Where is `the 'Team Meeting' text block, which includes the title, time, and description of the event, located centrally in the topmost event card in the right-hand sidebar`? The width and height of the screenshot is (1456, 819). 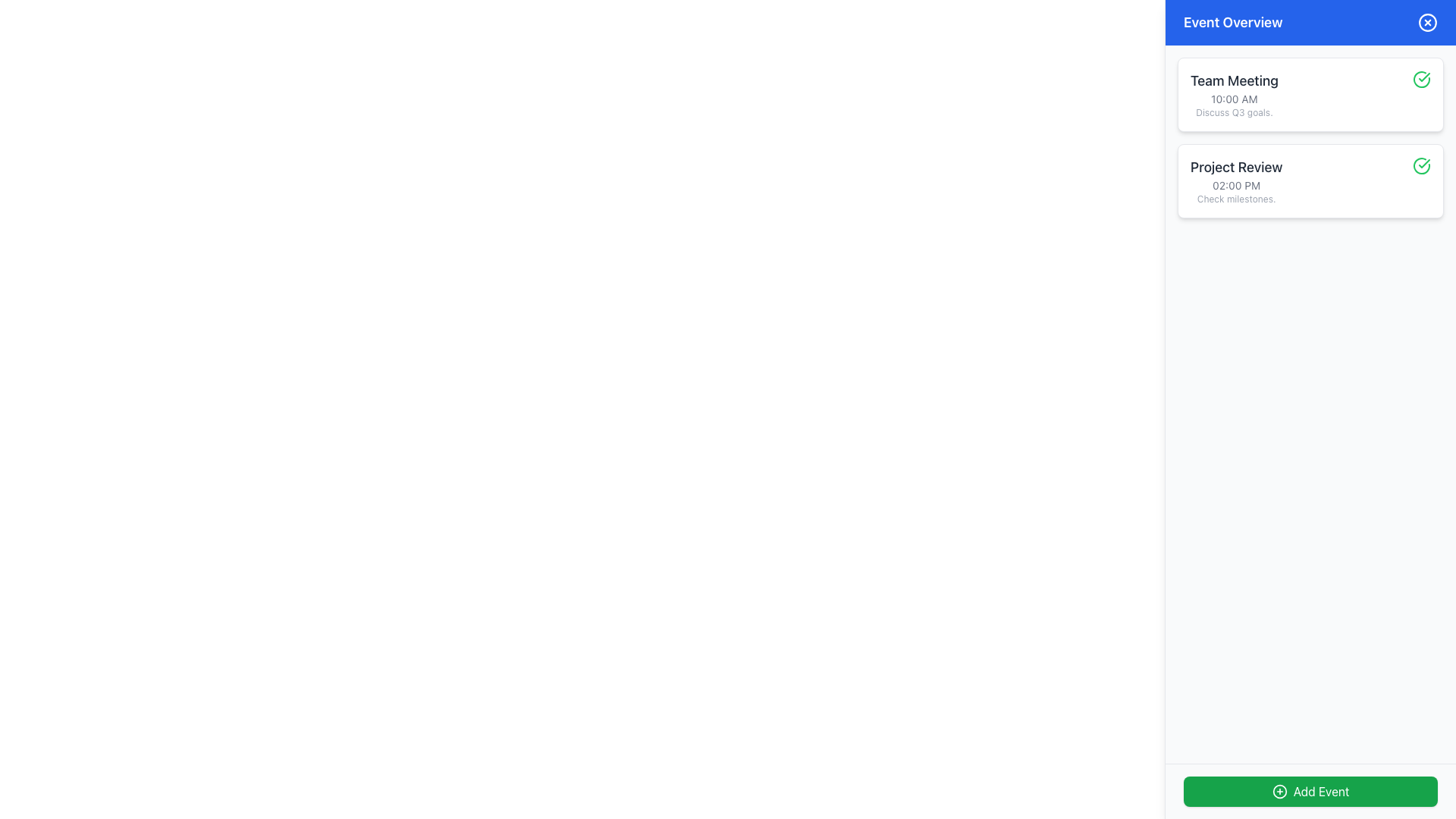
the 'Team Meeting' text block, which includes the title, time, and description of the event, located centrally in the topmost event card in the right-hand sidebar is located at coordinates (1234, 94).